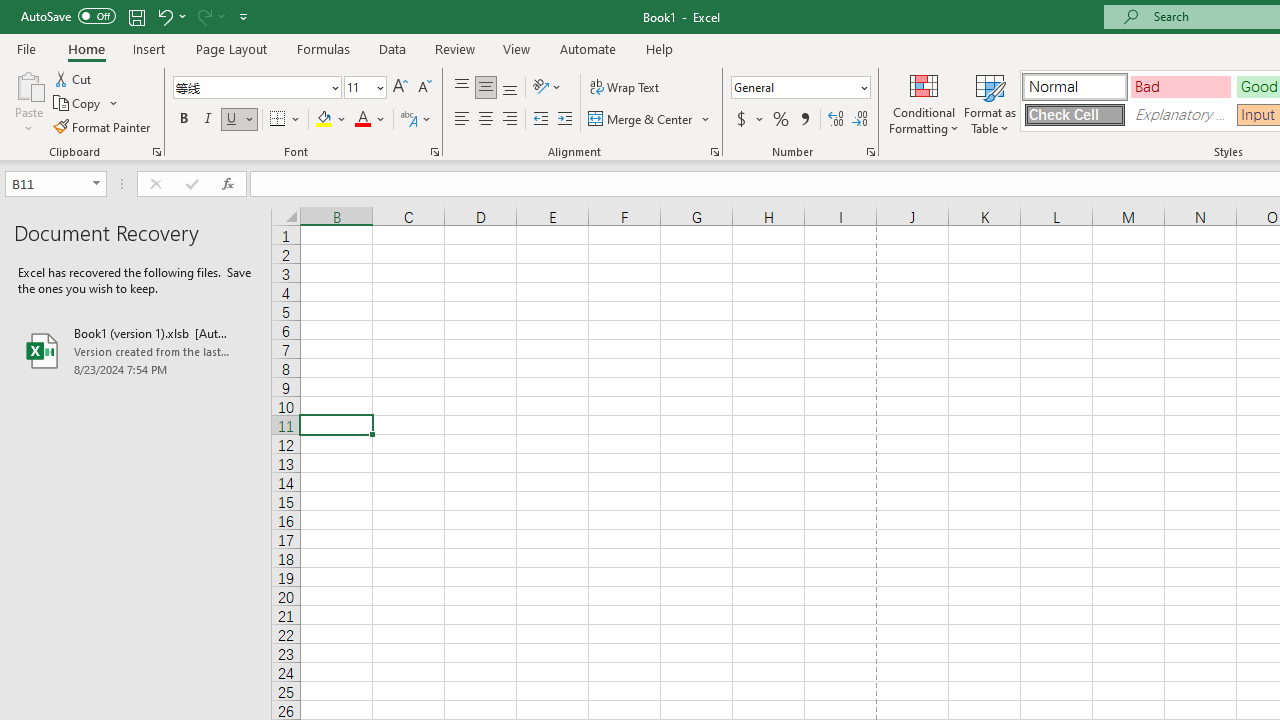 This screenshot has height=720, width=1280. I want to click on 'Comma Style', so click(805, 119).